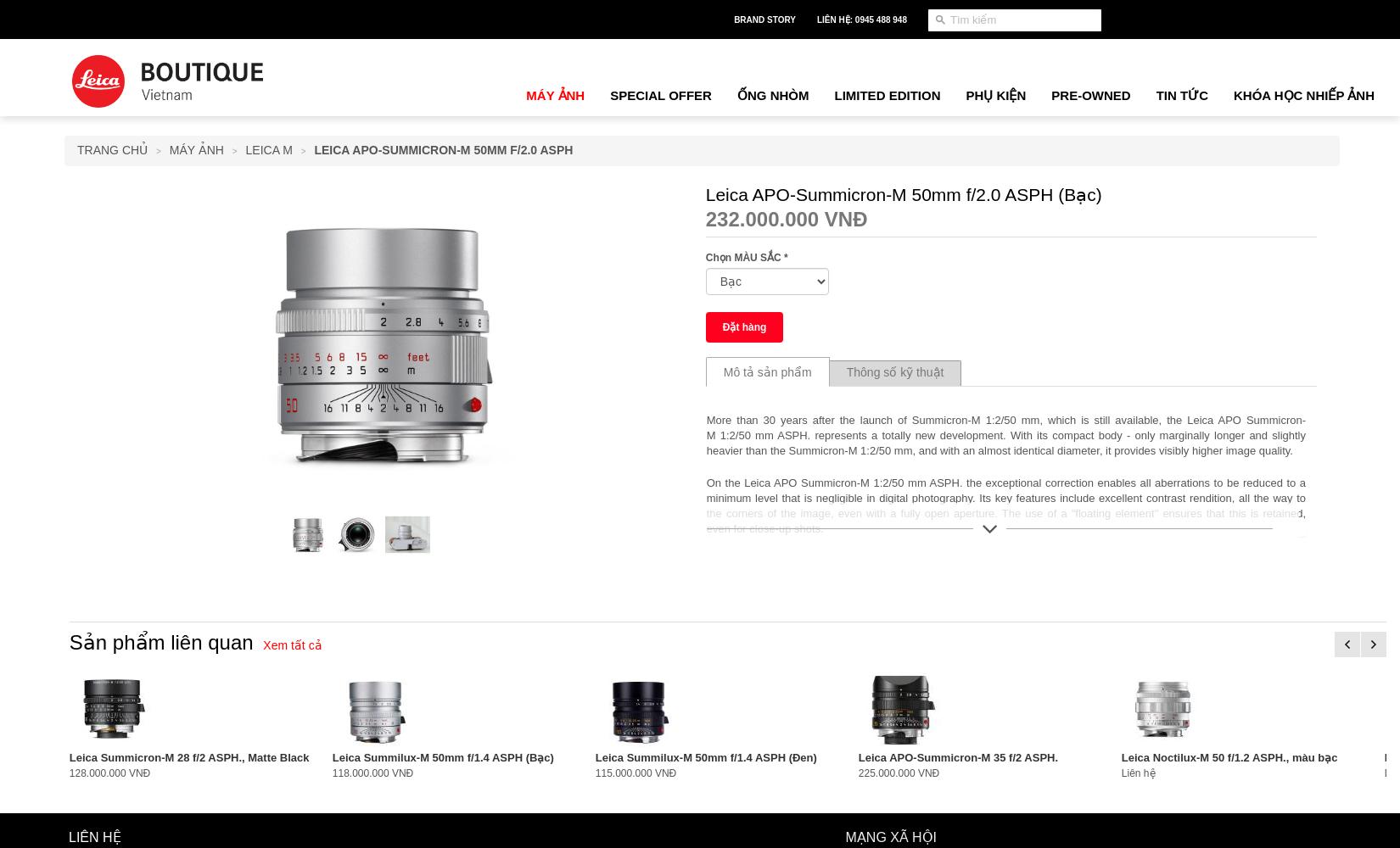 The image size is (1400, 848). I want to click on 'Trang chủ', so click(77, 150).